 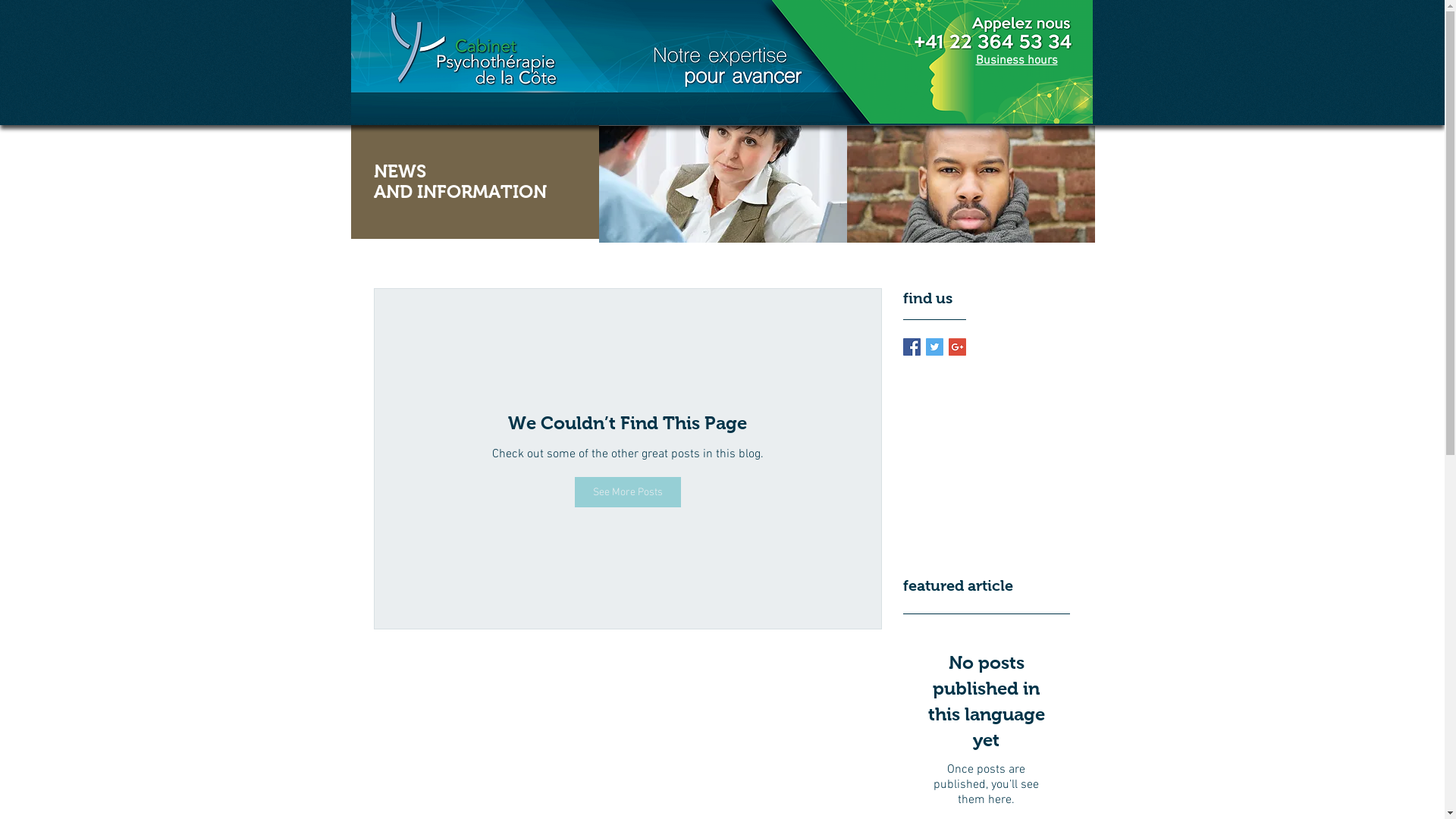 What do you see at coordinates (574, 491) in the screenshot?
I see `'See More Posts'` at bounding box center [574, 491].